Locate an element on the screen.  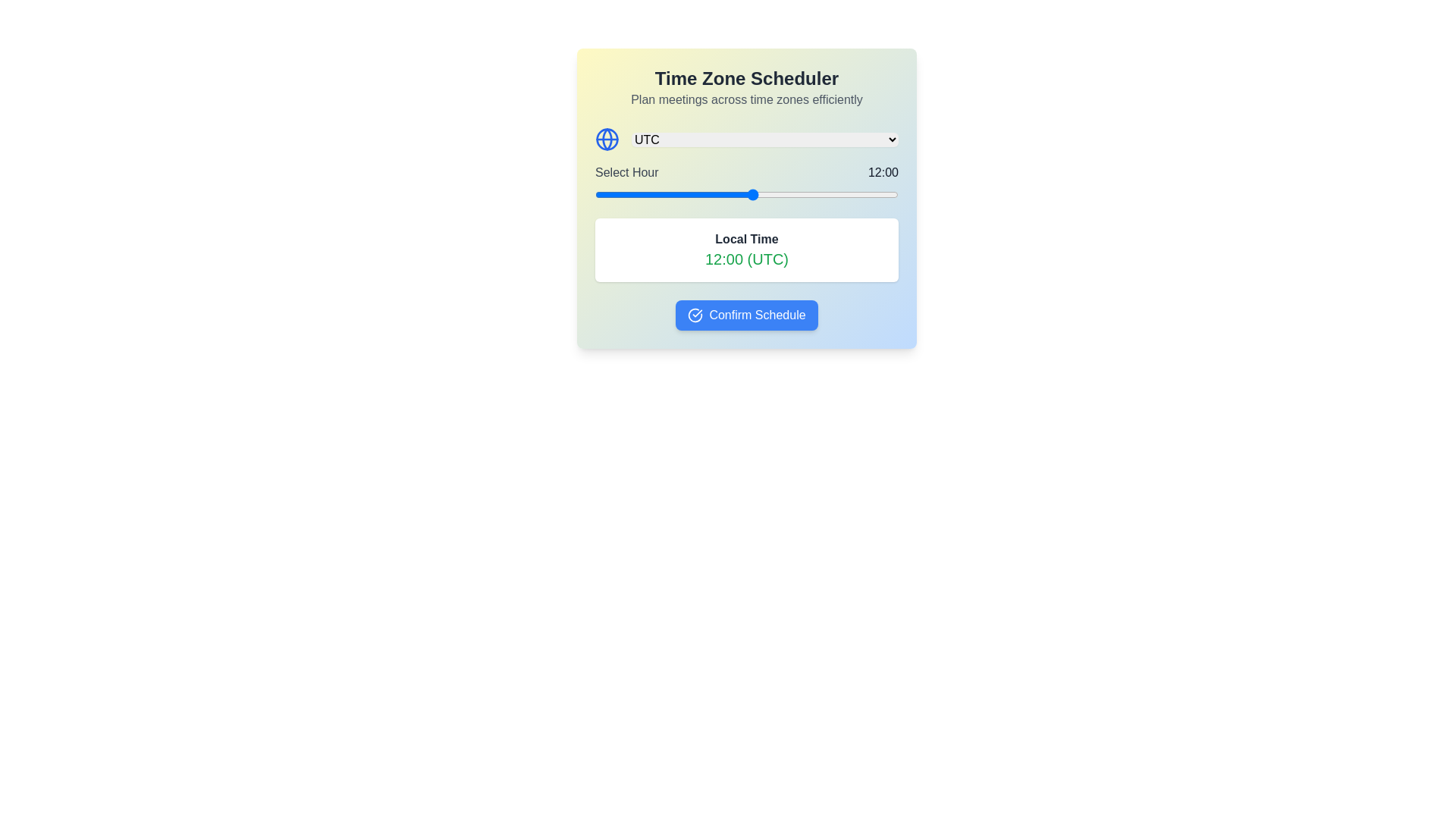
the globe icon located to the left of the 'UTC' dropdown menu in the header section of the interface is located at coordinates (607, 140).